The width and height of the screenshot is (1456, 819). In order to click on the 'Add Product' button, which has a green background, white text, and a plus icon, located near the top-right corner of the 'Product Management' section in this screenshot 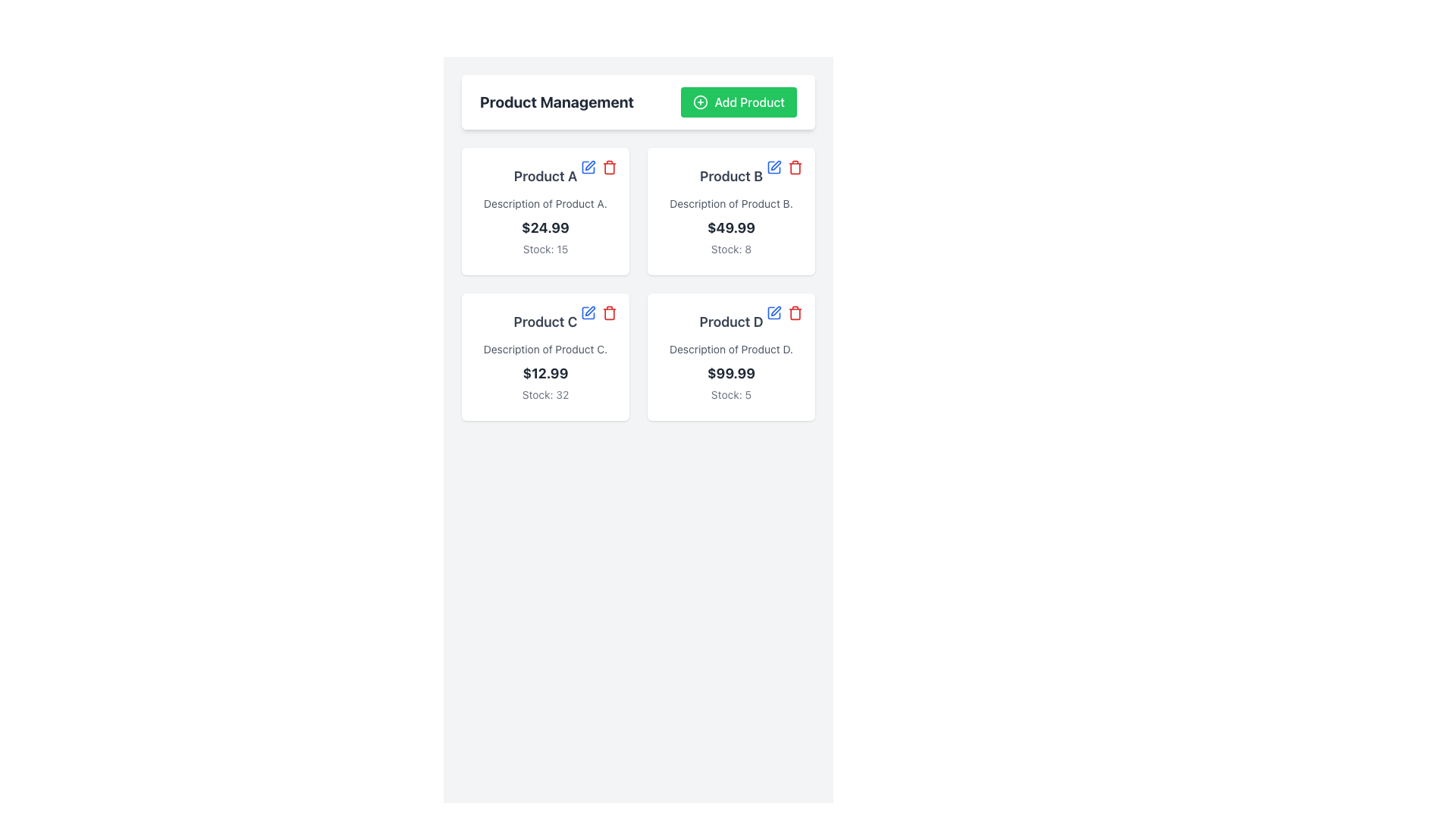, I will do `click(739, 102)`.